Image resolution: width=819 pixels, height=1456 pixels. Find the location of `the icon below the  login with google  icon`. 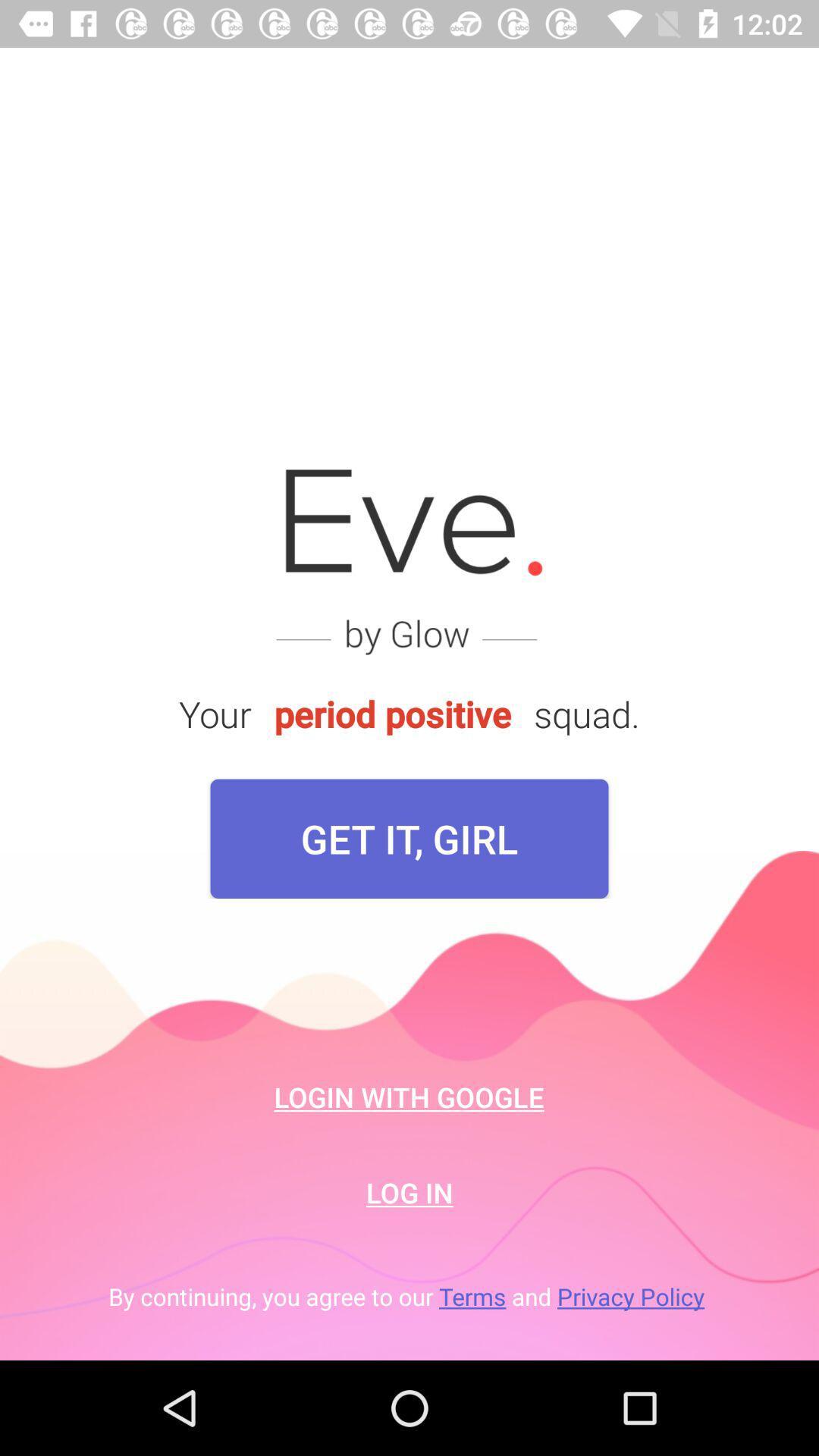

the icon below the  login with google  icon is located at coordinates (409, 1191).